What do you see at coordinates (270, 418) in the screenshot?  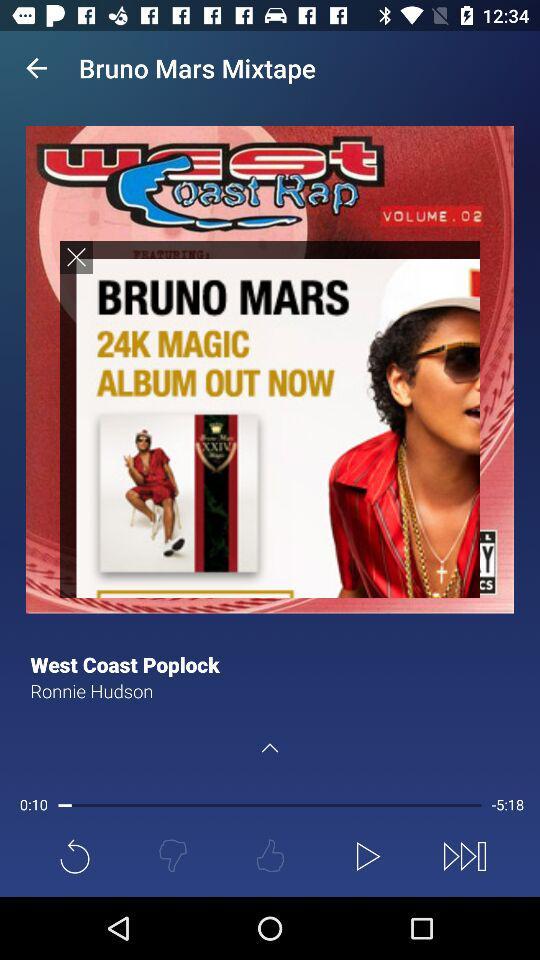 I see `see album` at bounding box center [270, 418].